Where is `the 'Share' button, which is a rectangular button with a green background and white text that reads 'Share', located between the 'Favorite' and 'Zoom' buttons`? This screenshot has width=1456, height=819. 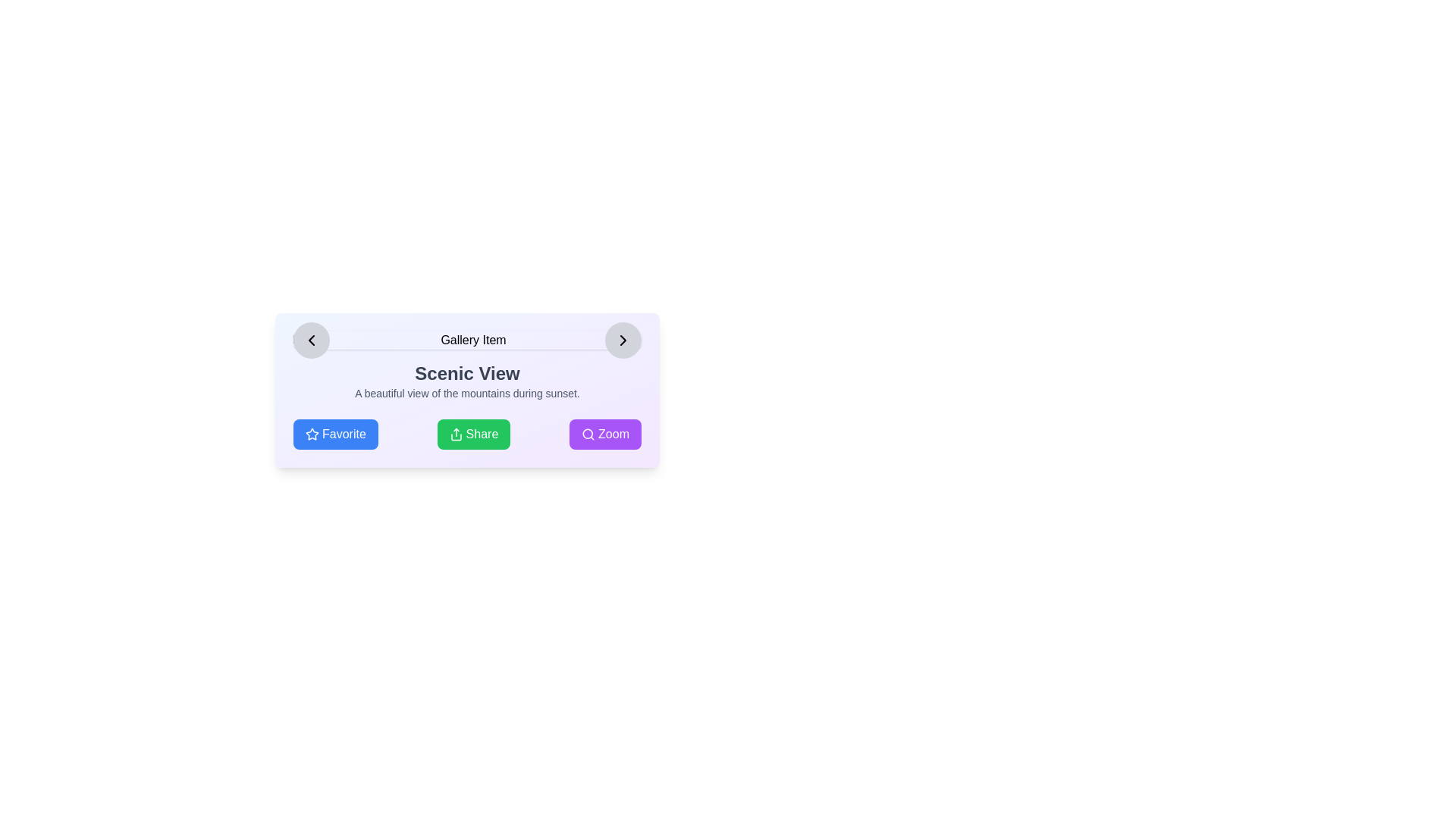 the 'Share' button, which is a rectangular button with a green background and white text that reads 'Share', located between the 'Favorite' and 'Zoom' buttons is located at coordinates (472, 435).